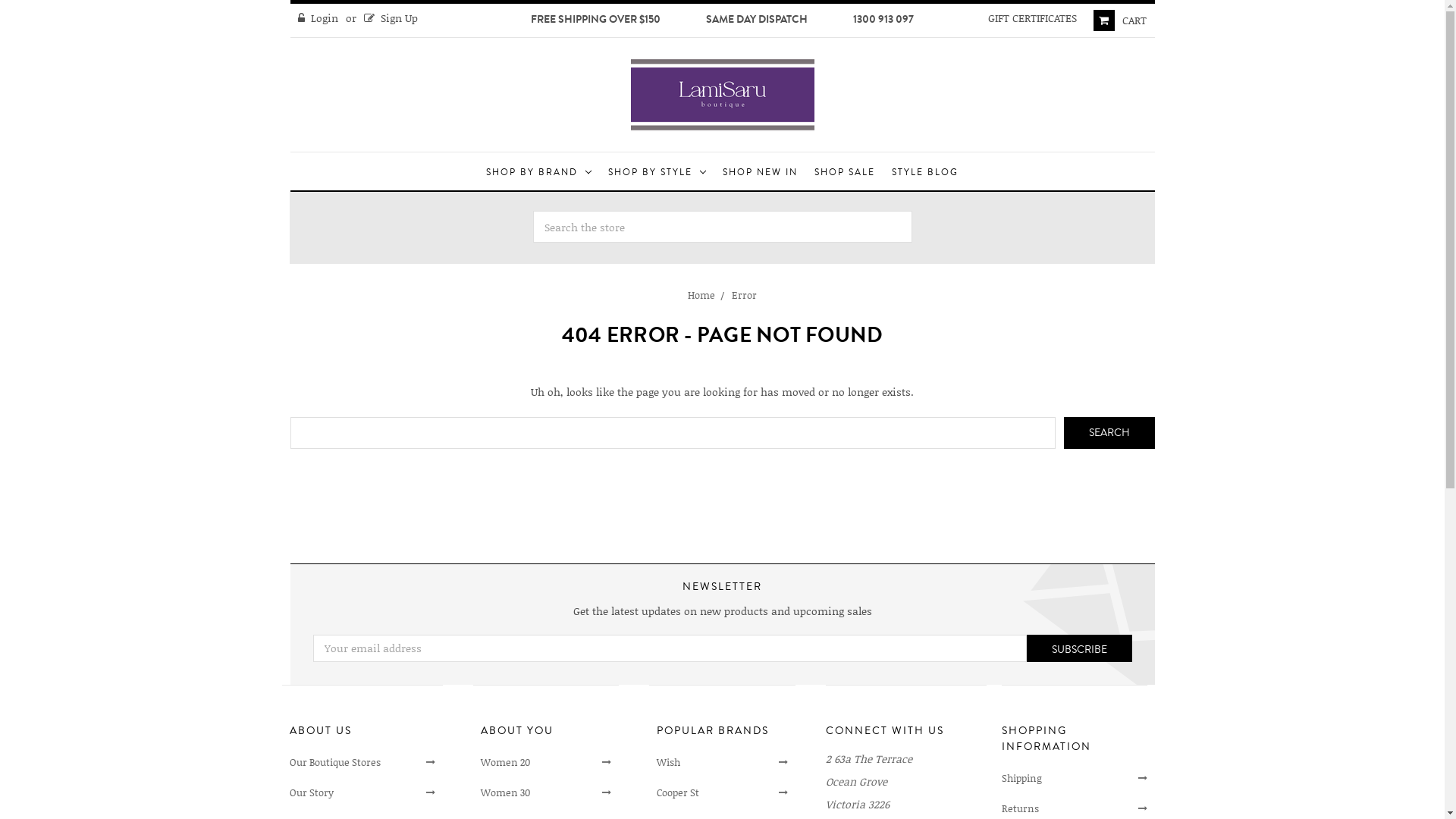 The height and width of the screenshot is (819, 1456). I want to click on 'SHOP SALE', so click(843, 171).